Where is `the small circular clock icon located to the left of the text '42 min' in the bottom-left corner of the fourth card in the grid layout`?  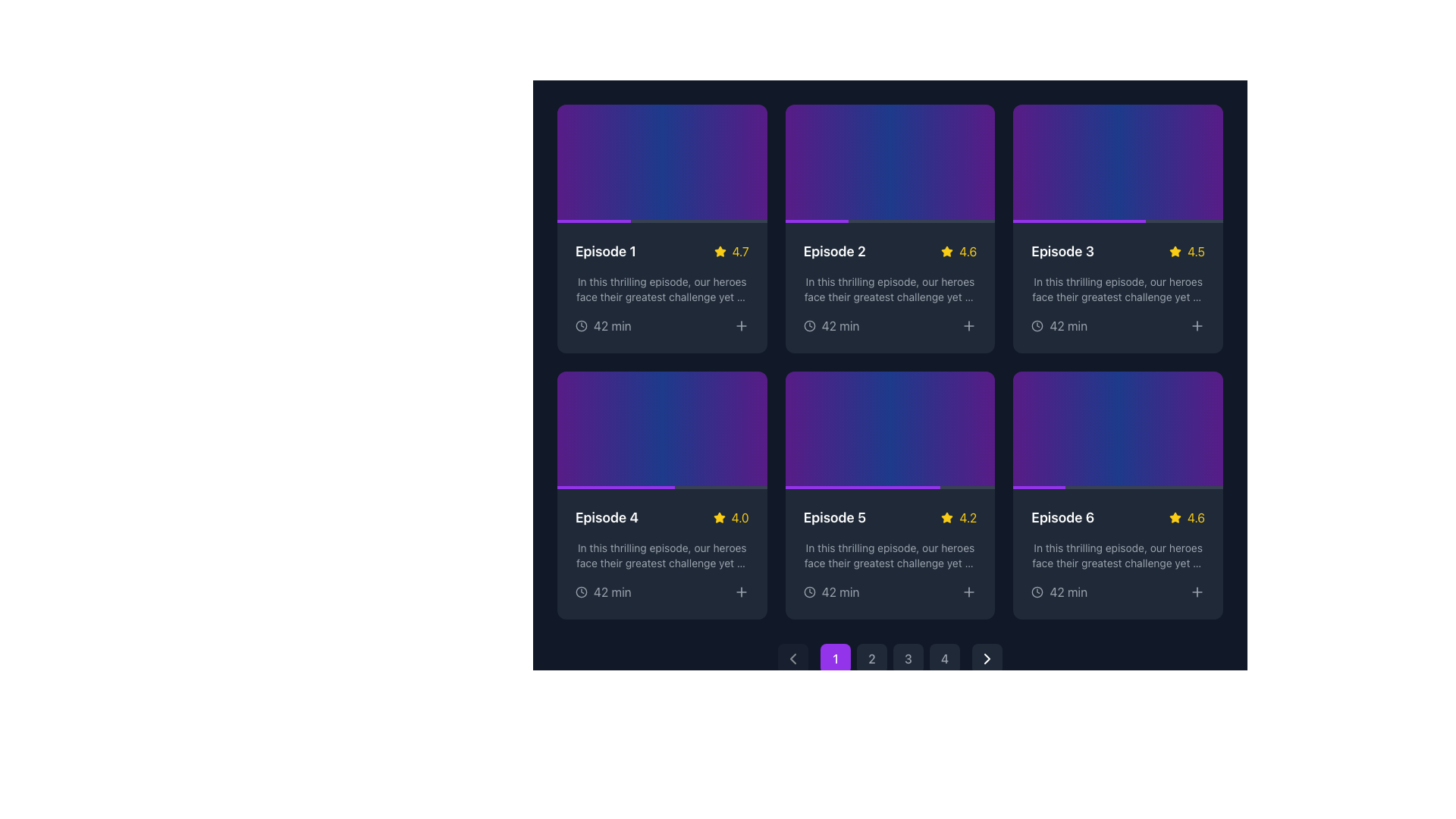 the small circular clock icon located to the left of the text '42 min' in the bottom-left corner of the fourth card in the grid layout is located at coordinates (581, 591).